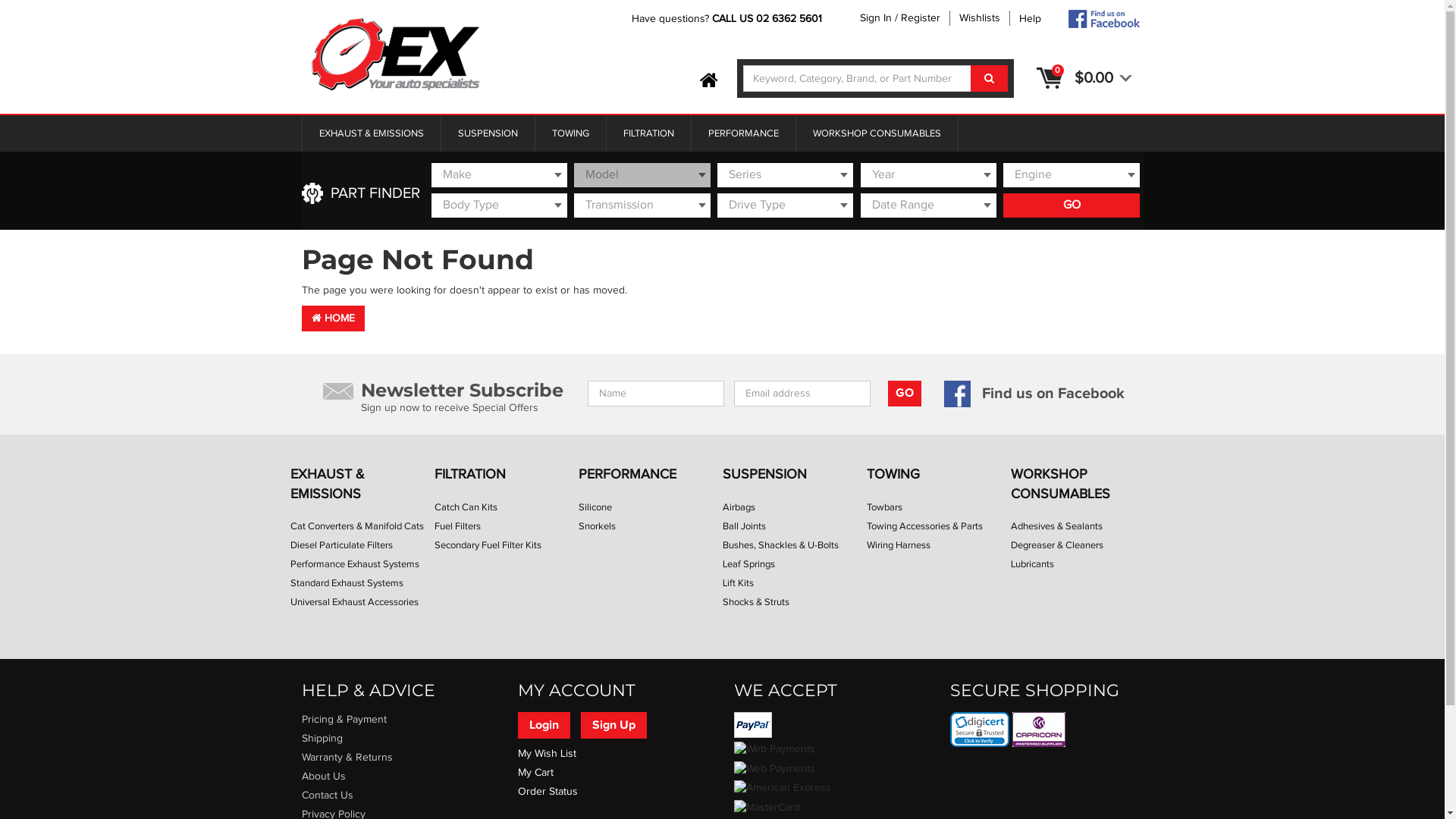  I want to click on 'WORKSHOP CONSUMABLES', so click(876, 133).